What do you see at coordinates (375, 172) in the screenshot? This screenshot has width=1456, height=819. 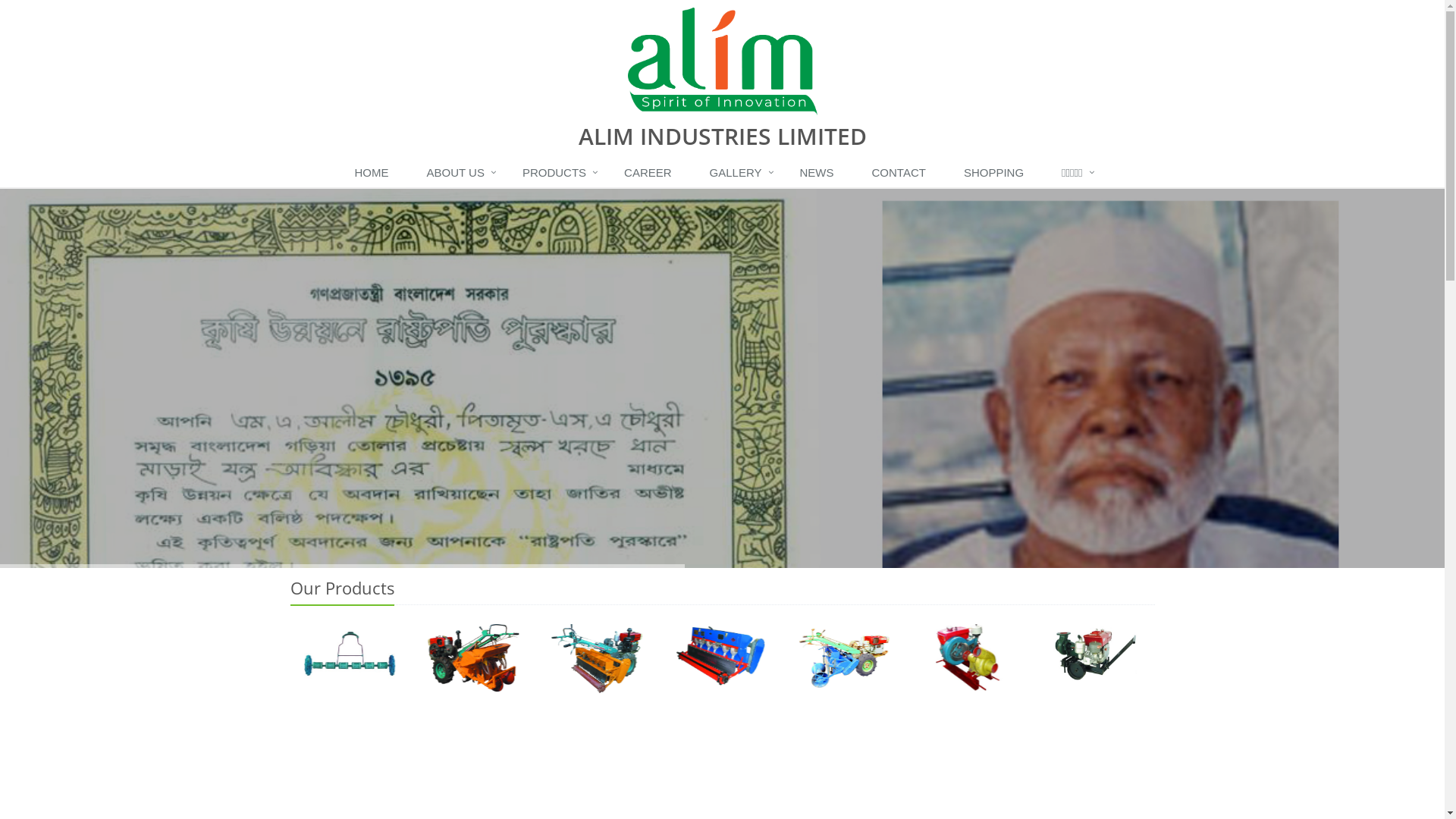 I see `'HOME'` at bounding box center [375, 172].